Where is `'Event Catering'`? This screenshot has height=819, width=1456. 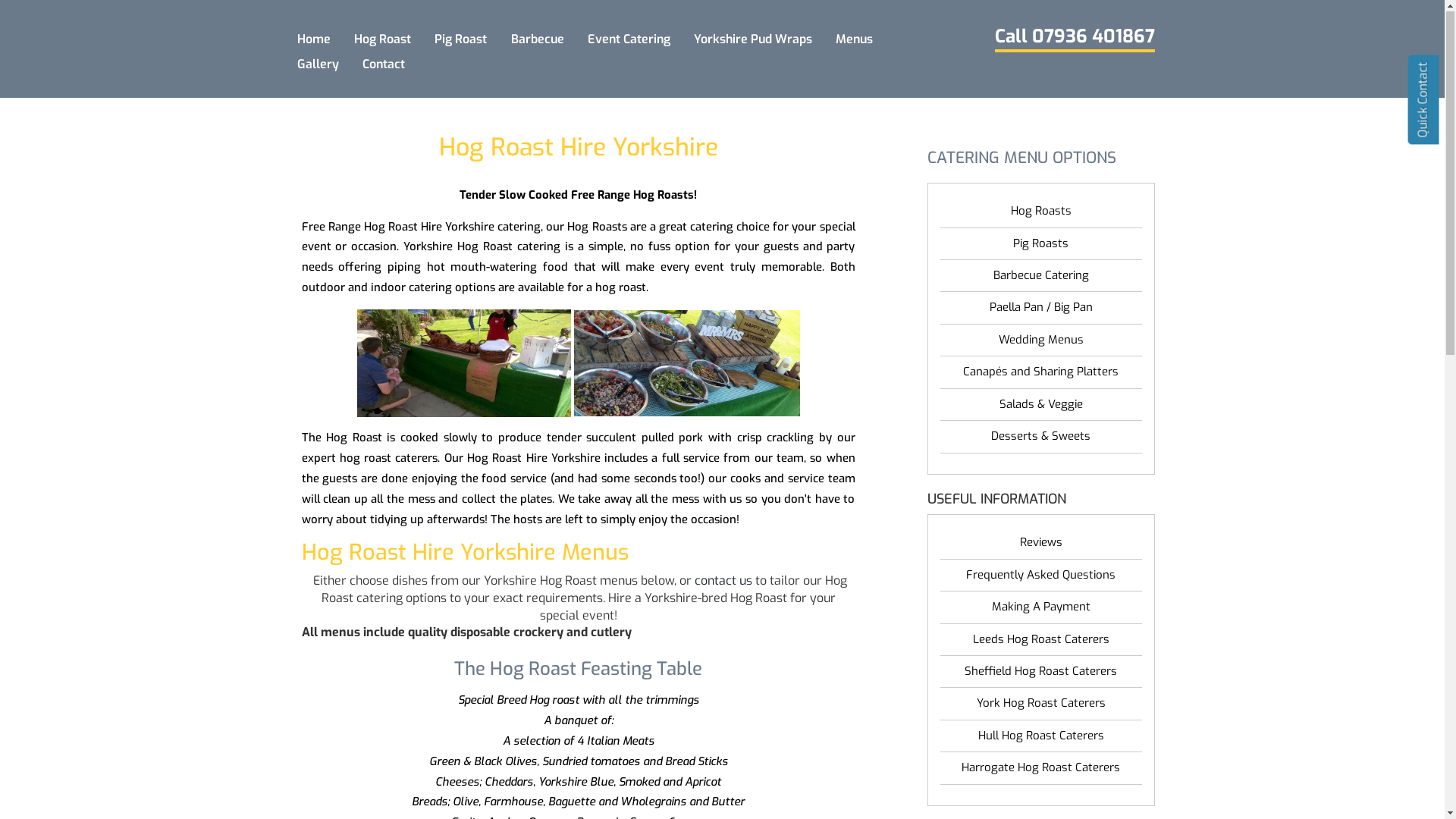
'Event Catering' is located at coordinates (579, 39).